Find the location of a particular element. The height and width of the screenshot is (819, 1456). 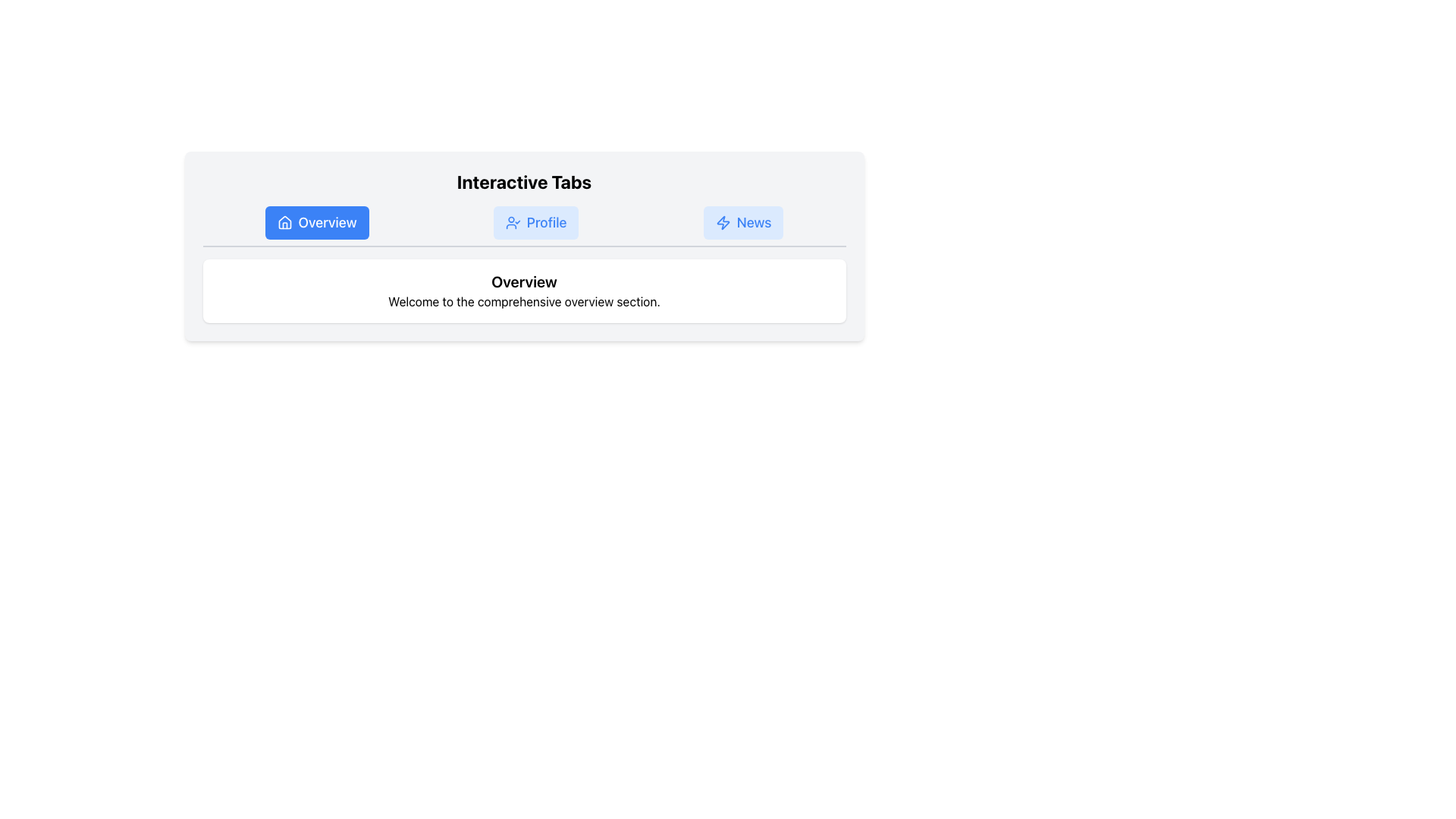

the user profile icon with a checkmark located within the 'Profile' button, which is styled with a light blue background and blue text is located at coordinates (513, 222).